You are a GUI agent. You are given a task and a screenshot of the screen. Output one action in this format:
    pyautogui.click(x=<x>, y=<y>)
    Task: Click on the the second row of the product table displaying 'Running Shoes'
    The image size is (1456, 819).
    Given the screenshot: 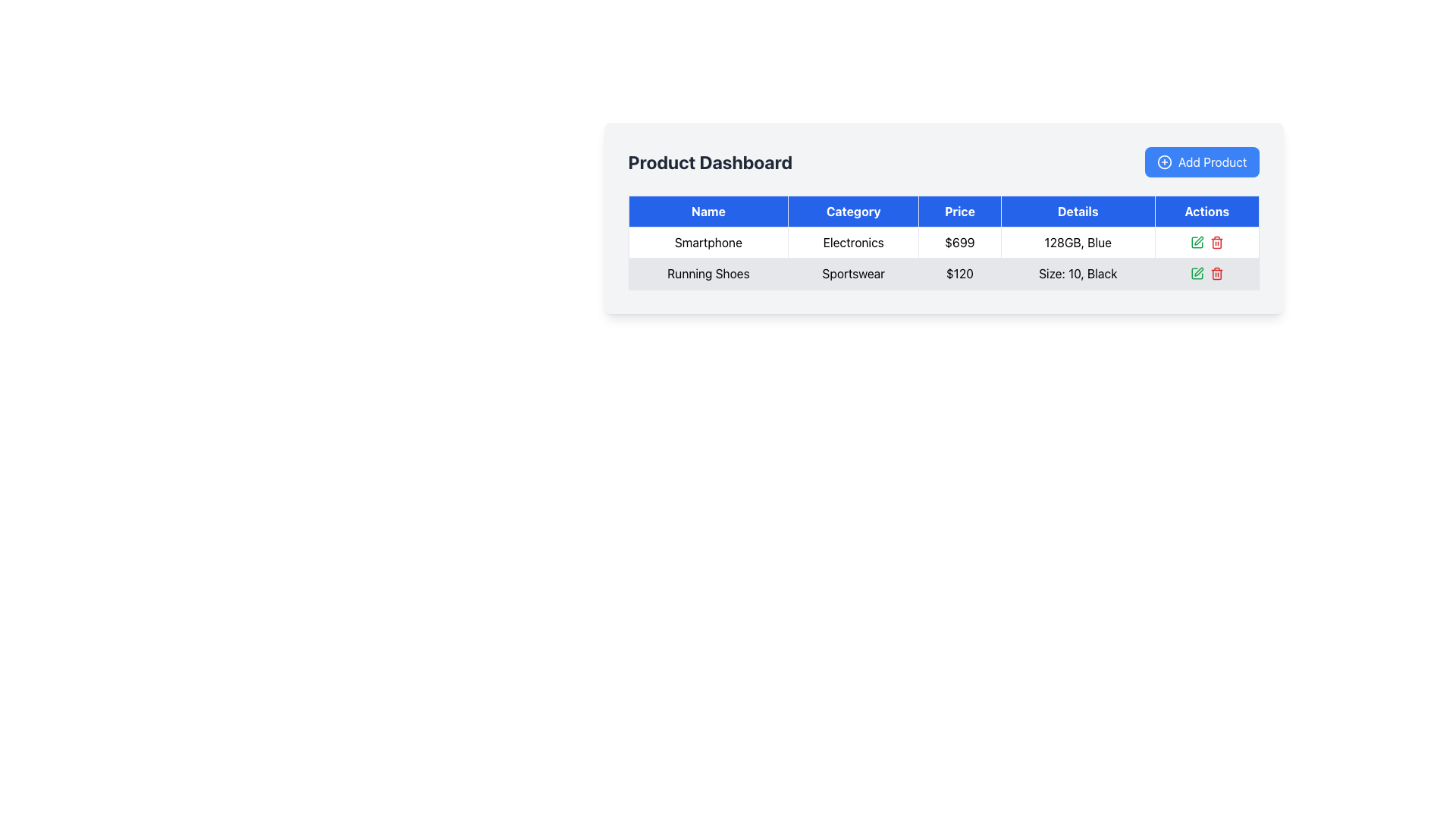 What is the action you would take?
    pyautogui.click(x=943, y=274)
    